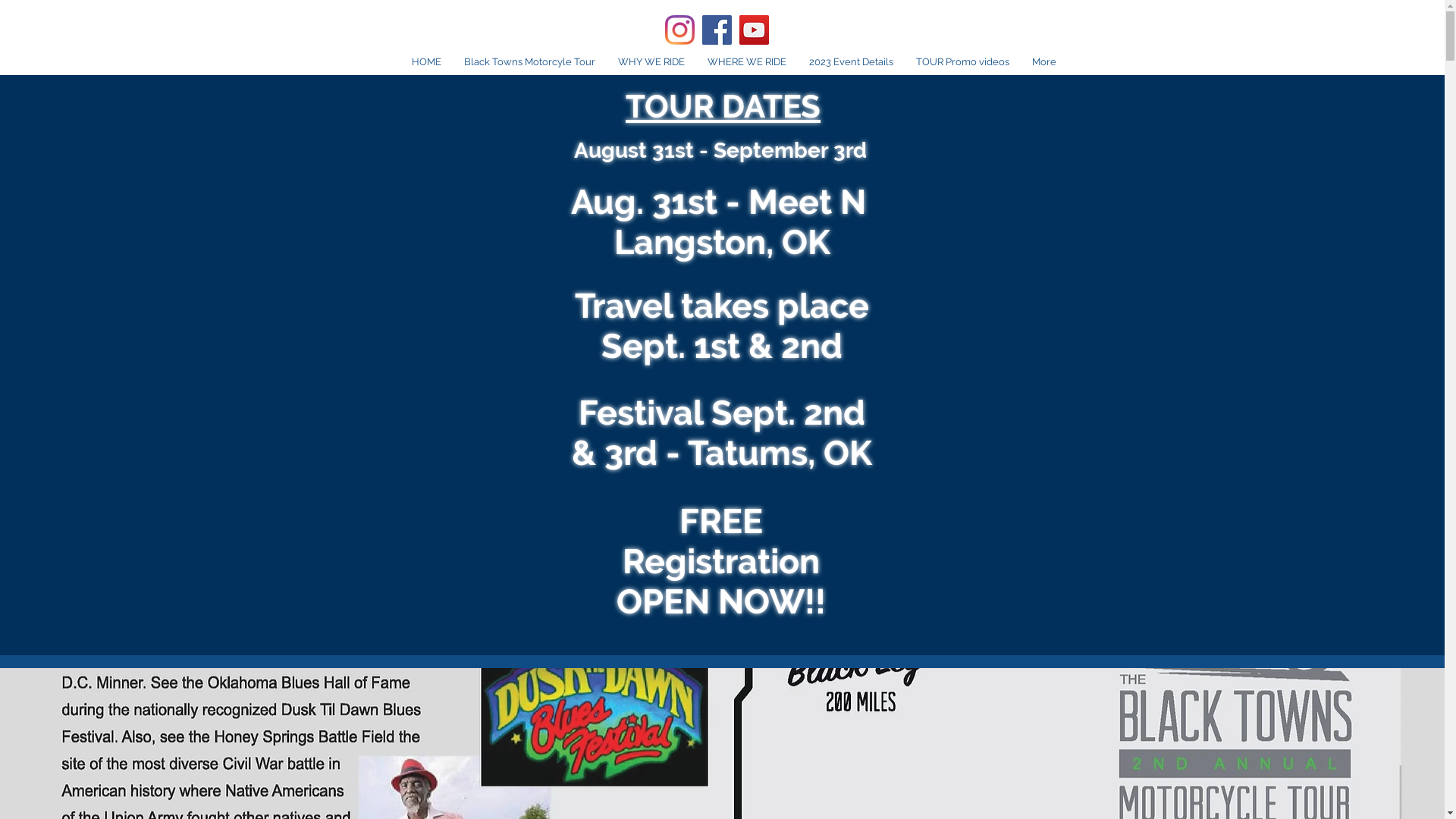 Image resolution: width=1456 pixels, height=819 pixels. What do you see at coordinates (720, 325) in the screenshot?
I see `'Travel takes place Sept. 1st & 2nd'` at bounding box center [720, 325].